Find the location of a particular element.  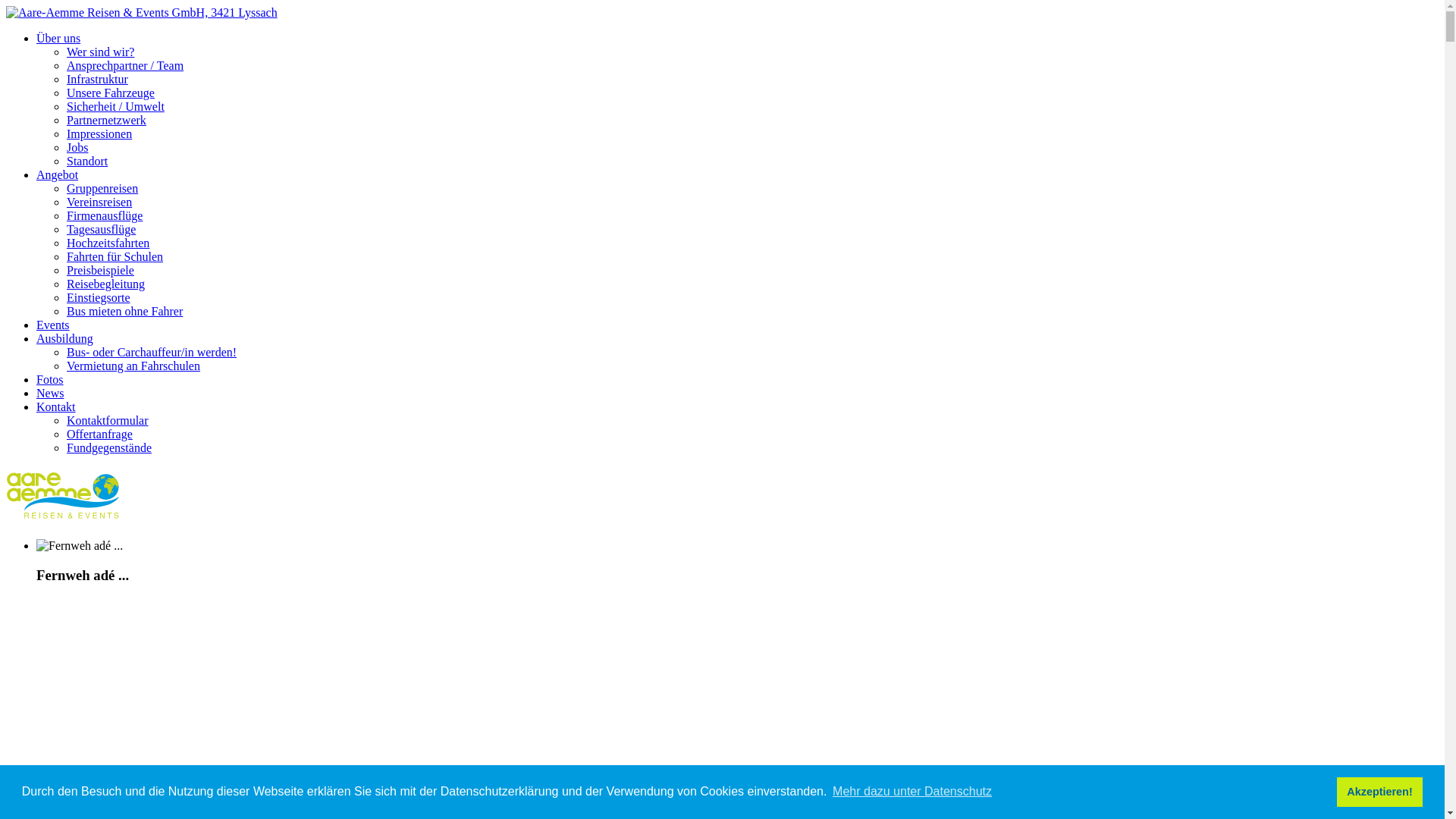

'Wer sind wir?' is located at coordinates (99, 51).